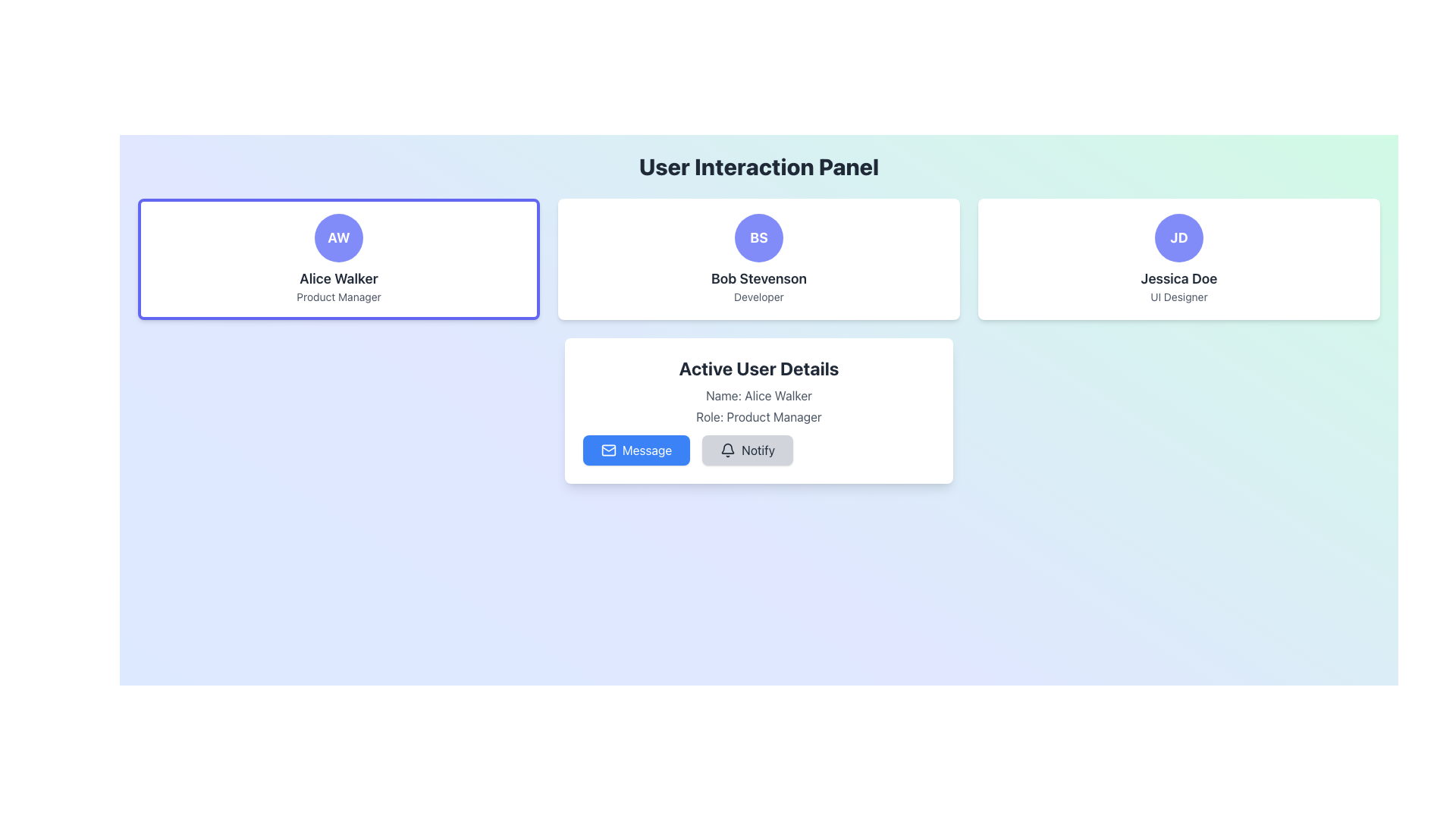 Image resolution: width=1456 pixels, height=819 pixels. Describe the element at coordinates (337, 297) in the screenshot. I see `text of the Text Label displaying the role 'Product Manager', which is positioned below the name 'Alice Walker' and the initials 'AW'` at that location.